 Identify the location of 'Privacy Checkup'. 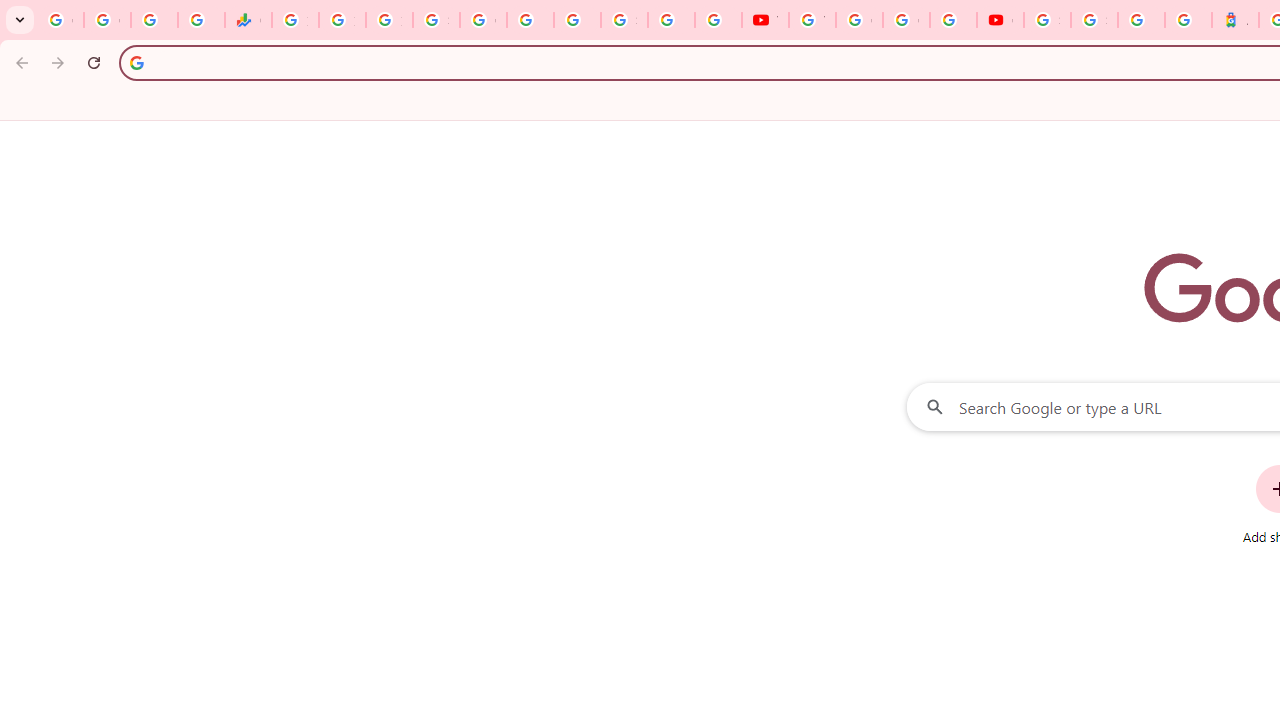
(718, 20).